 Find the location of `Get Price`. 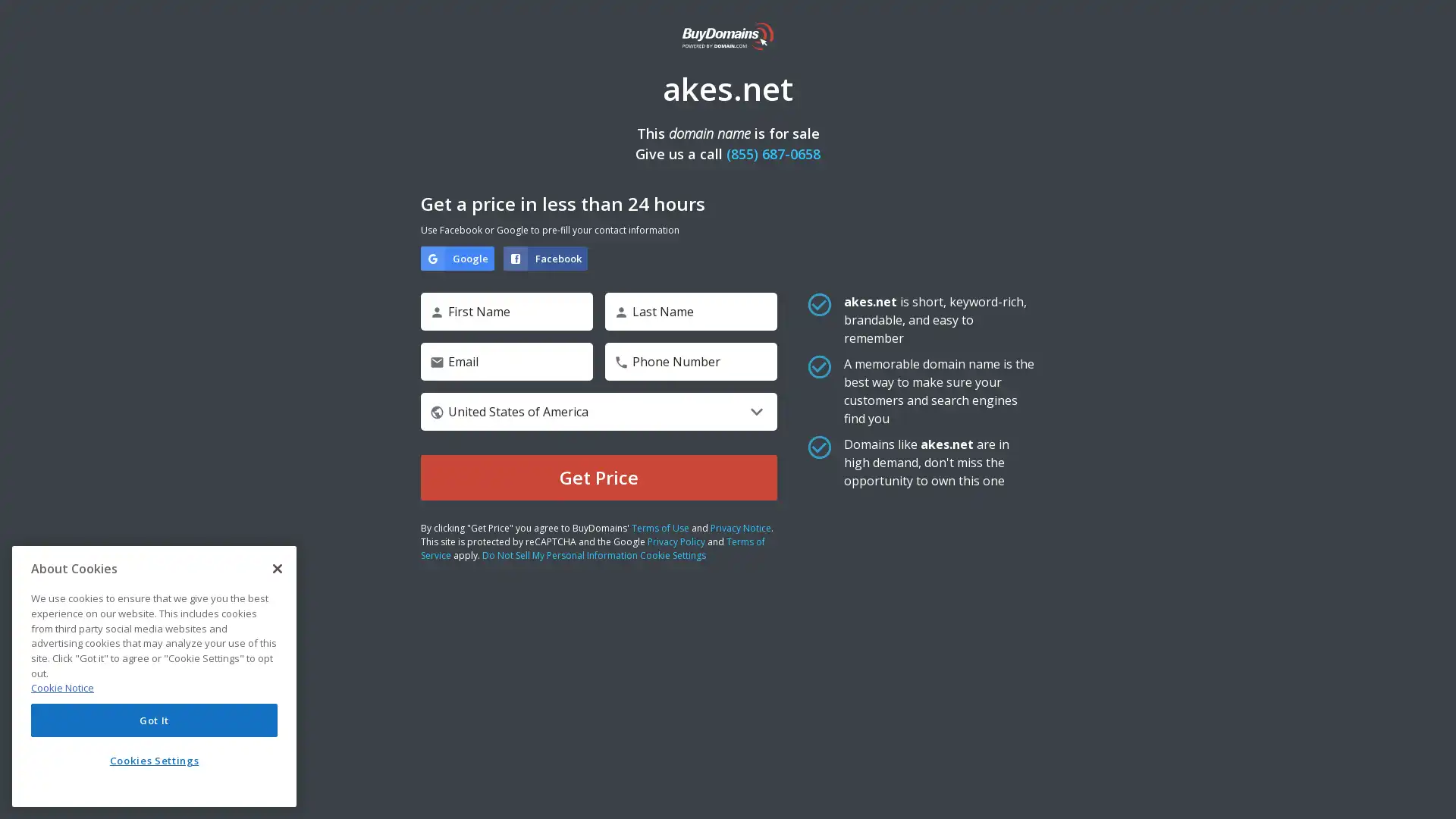

Get Price is located at coordinates (598, 476).